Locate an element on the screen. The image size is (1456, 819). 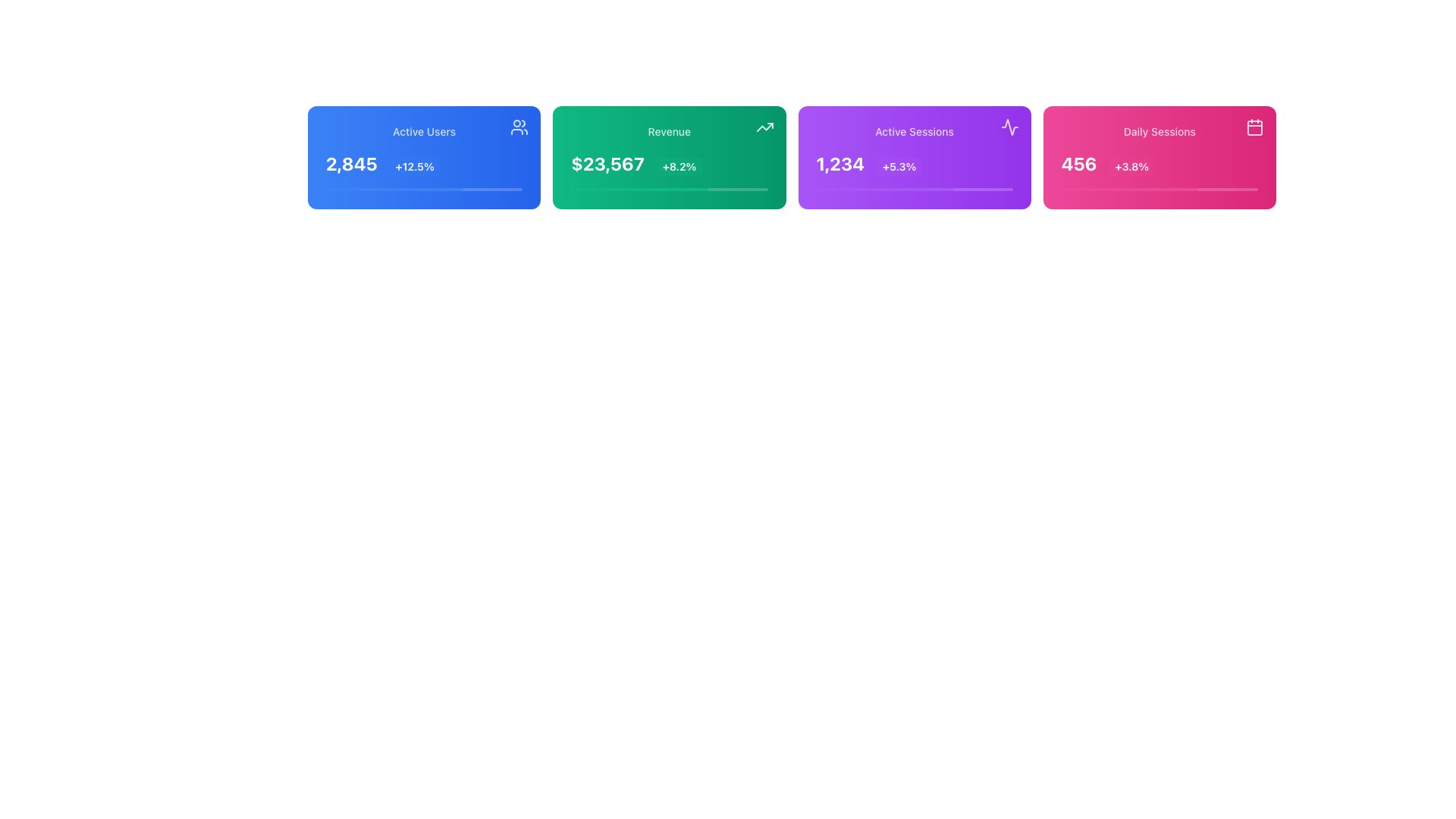
displayed percentage increase in revenue located to the right of the primary value '$23,567' inside the green card labeled 'Revenue' is located at coordinates (679, 166).